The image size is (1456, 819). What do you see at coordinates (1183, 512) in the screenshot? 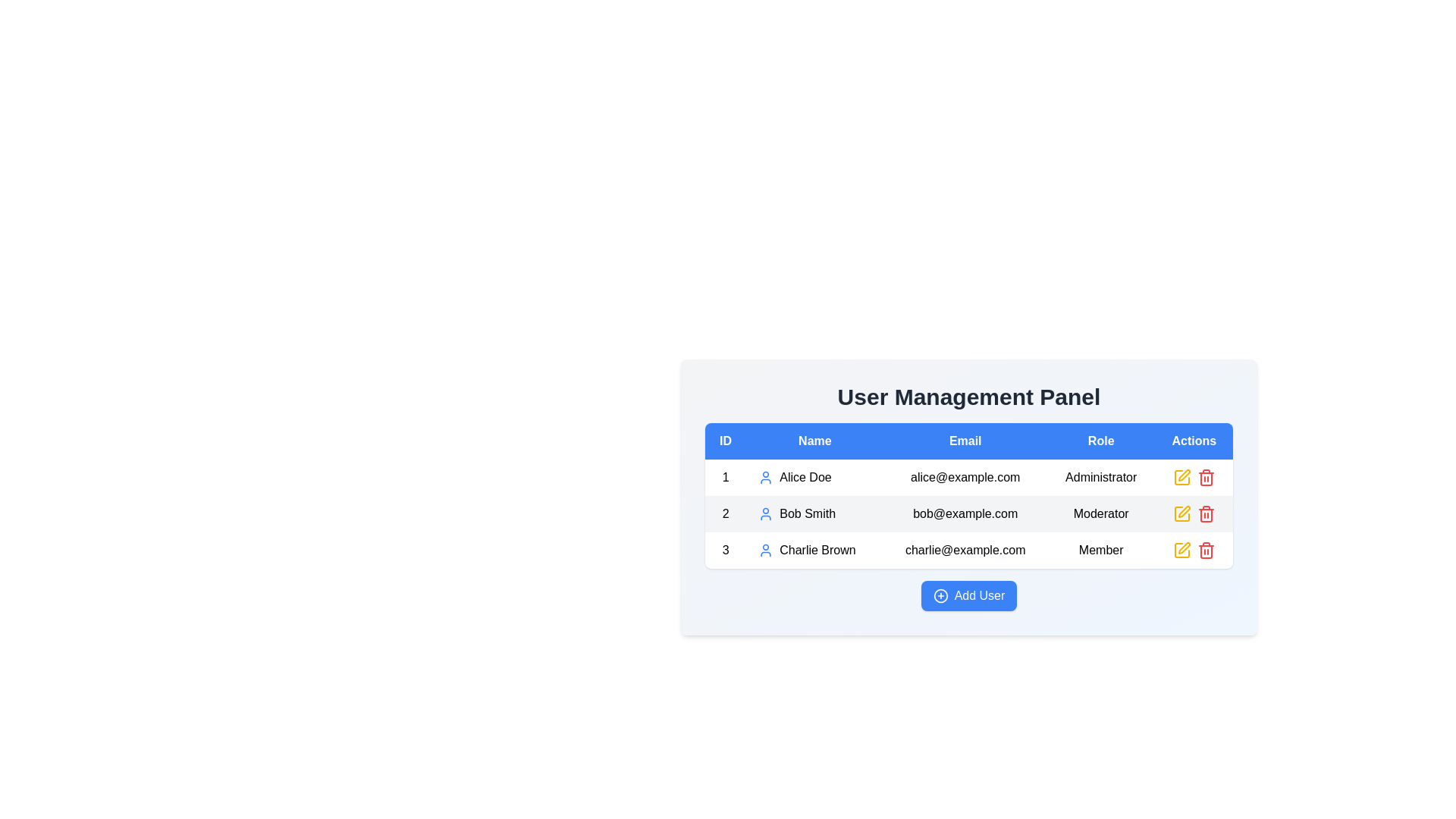
I see `the edit icon resembling a pen in the actions column of the user management table for Bob Smith` at bounding box center [1183, 512].